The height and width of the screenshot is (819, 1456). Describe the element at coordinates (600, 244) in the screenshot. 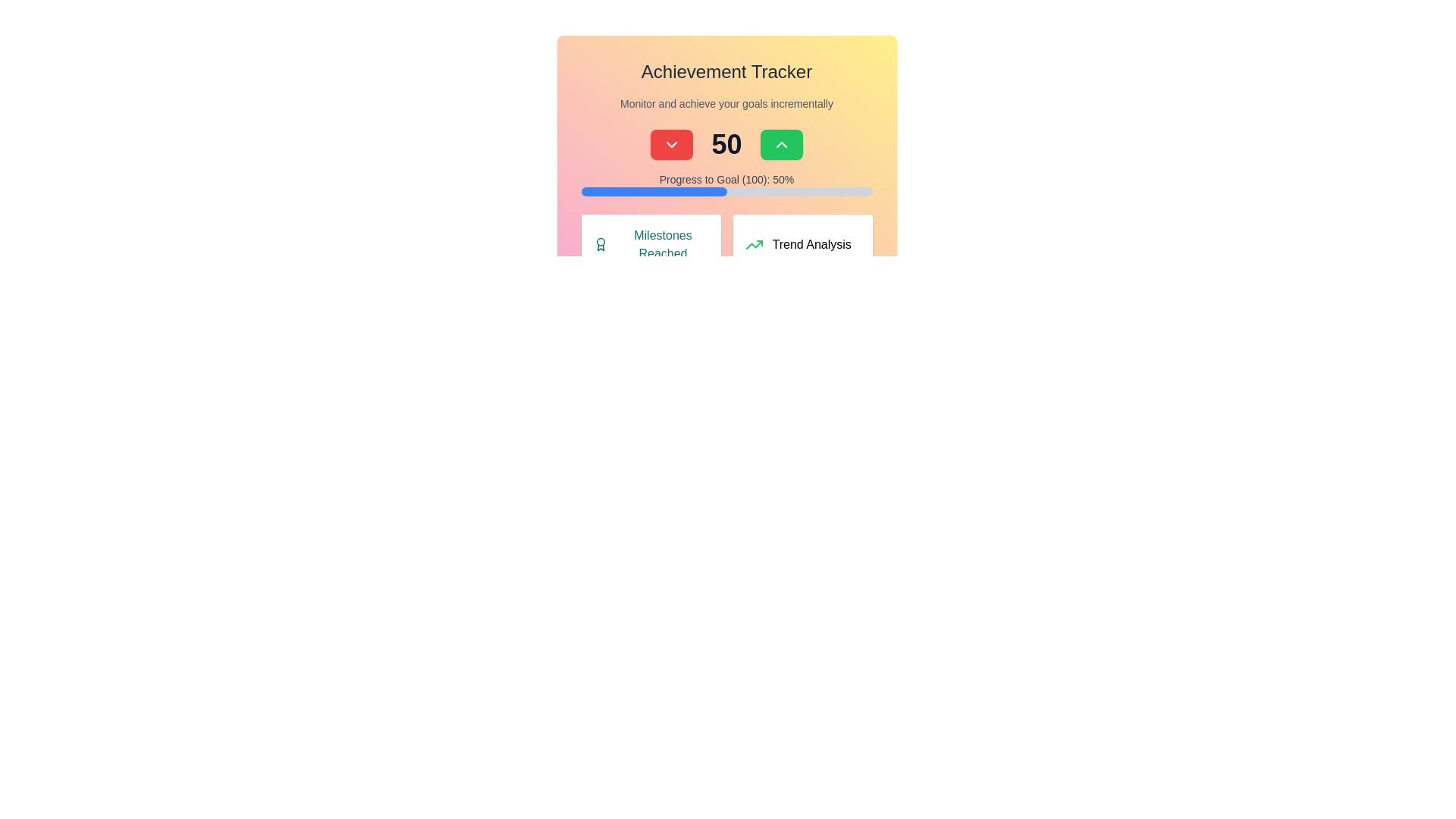

I see `icon located at the top-left corner of the 'Milestones Reached' section, which visually highlights milestones` at that location.